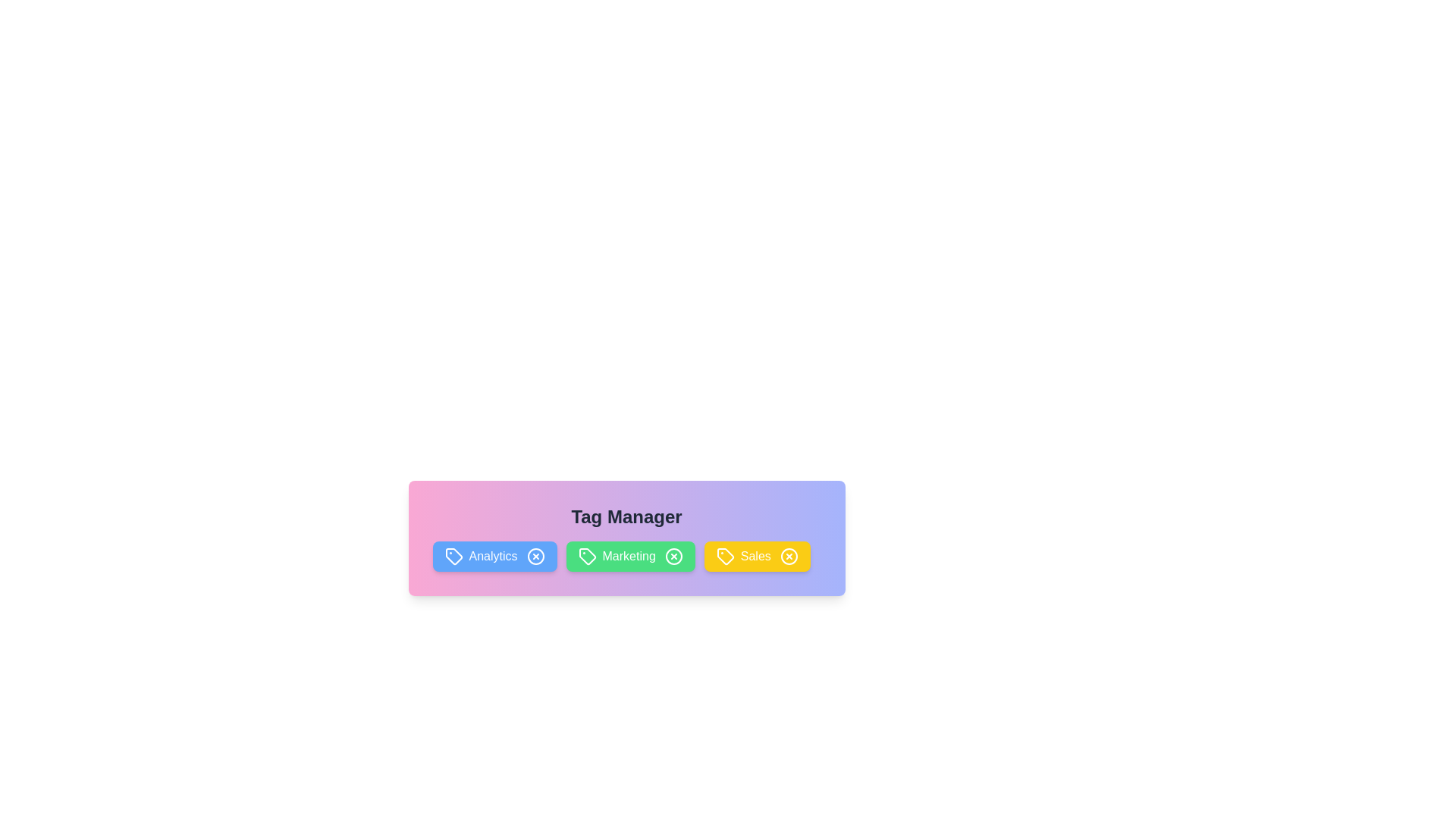 The height and width of the screenshot is (819, 1456). What do you see at coordinates (789, 556) in the screenshot?
I see `the close button of the tag labeled Sales` at bounding box center [789, 556].